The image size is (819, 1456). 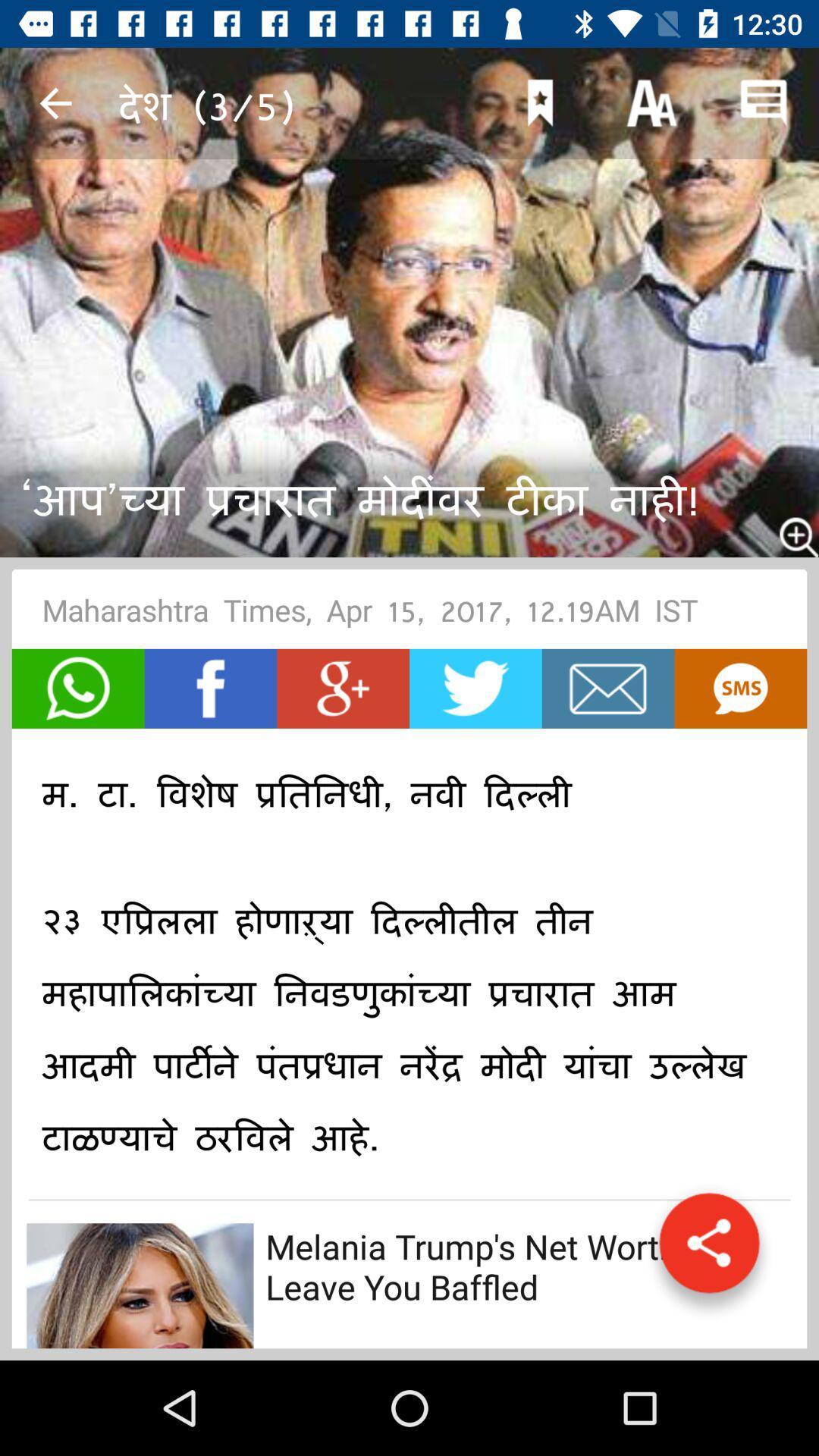 What do you see at coordinates (607, 688) in the screenshot?
I see `type the message bar` at bounding box center [607, 688].